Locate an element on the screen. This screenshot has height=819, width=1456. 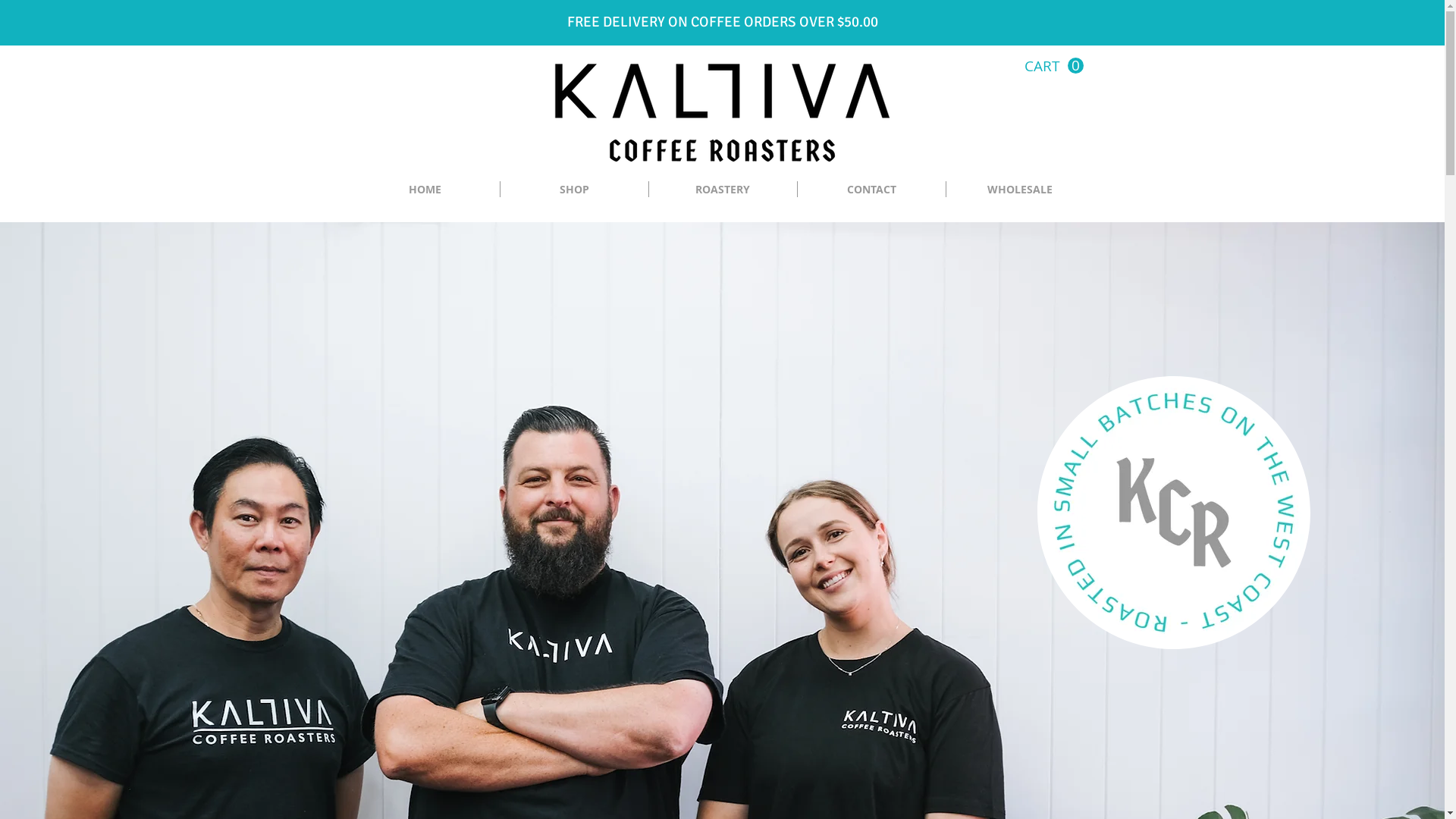
'WHOLESALE' is located at coordinates (1020, 188).